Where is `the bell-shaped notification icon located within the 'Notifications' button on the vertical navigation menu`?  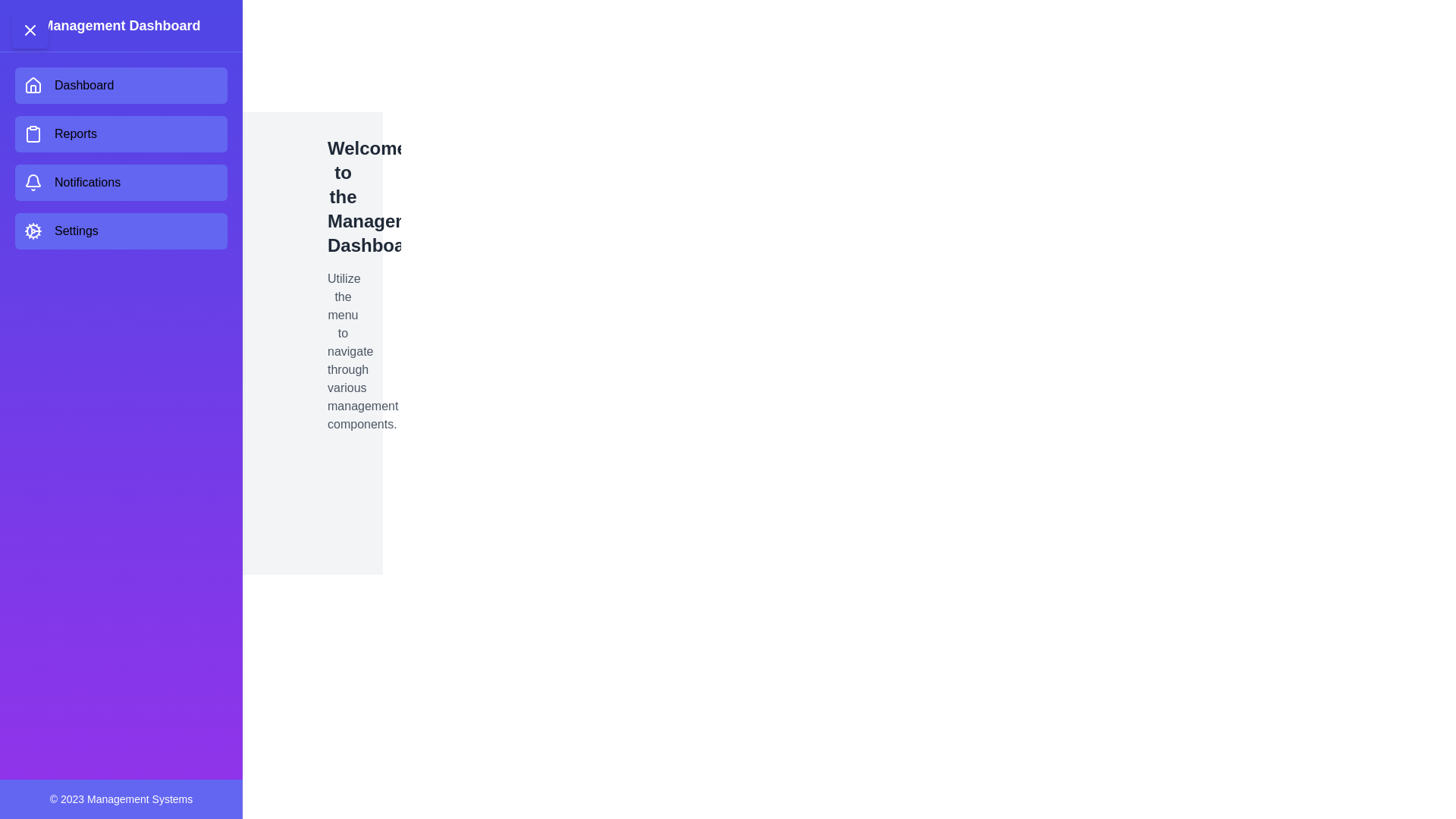 the bell-shaped notification icon located within the 'Notifications' button on the vertical navigation menu is located at coordinates (33, 181).